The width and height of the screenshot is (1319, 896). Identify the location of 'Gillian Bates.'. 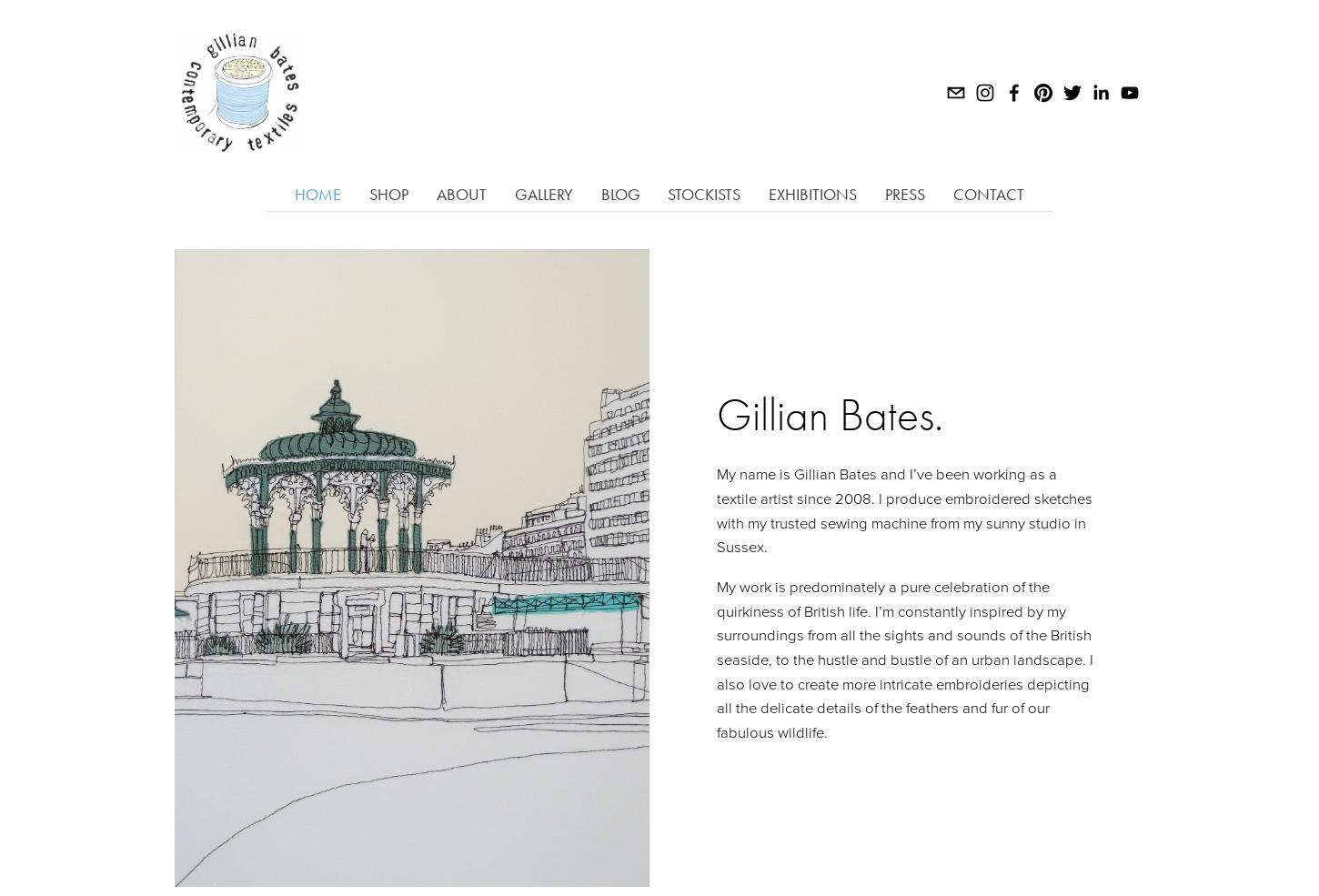
(828, 413).